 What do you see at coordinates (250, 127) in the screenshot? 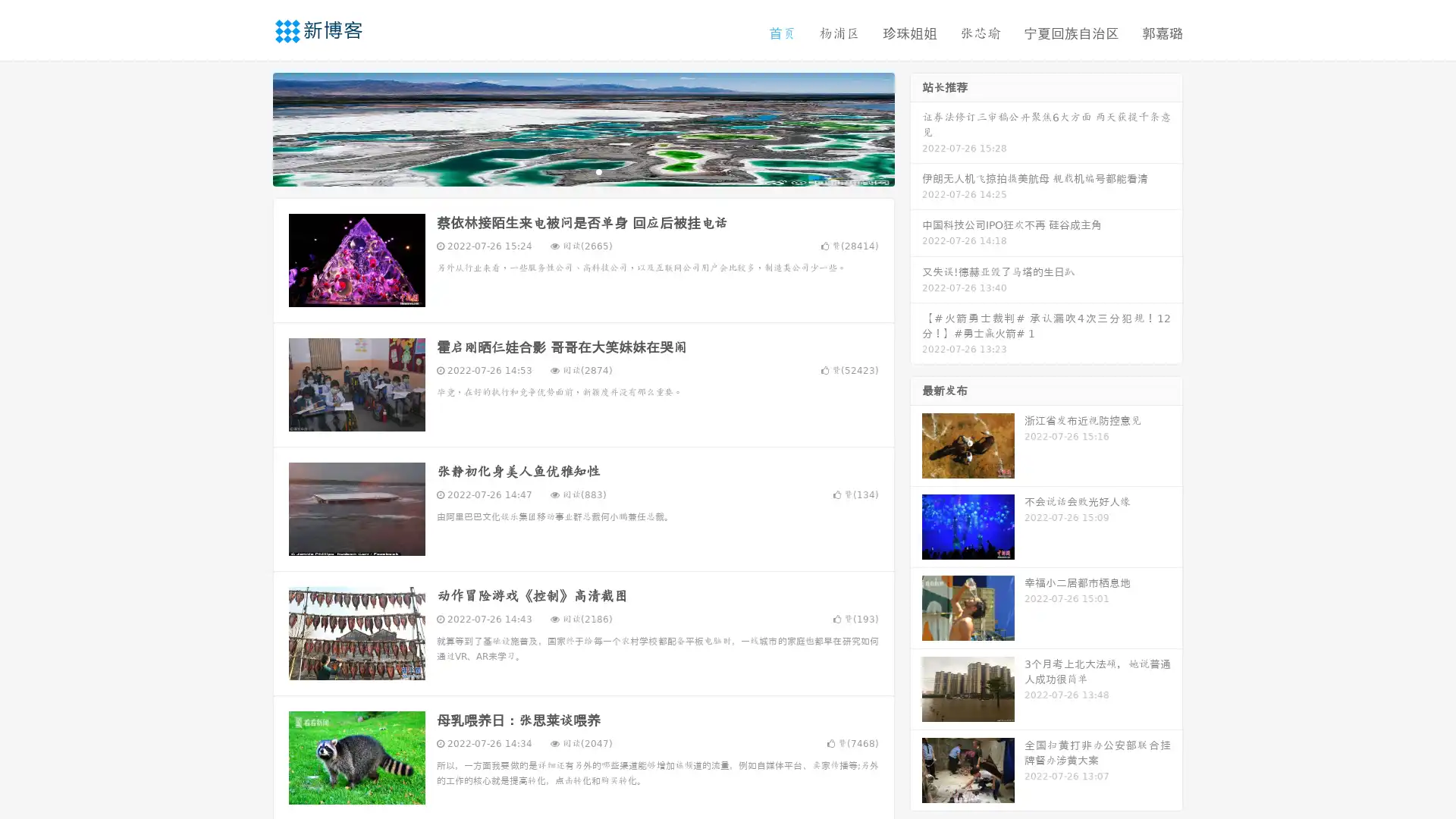
I see `Previous slide` at bounding box center [250, 127].